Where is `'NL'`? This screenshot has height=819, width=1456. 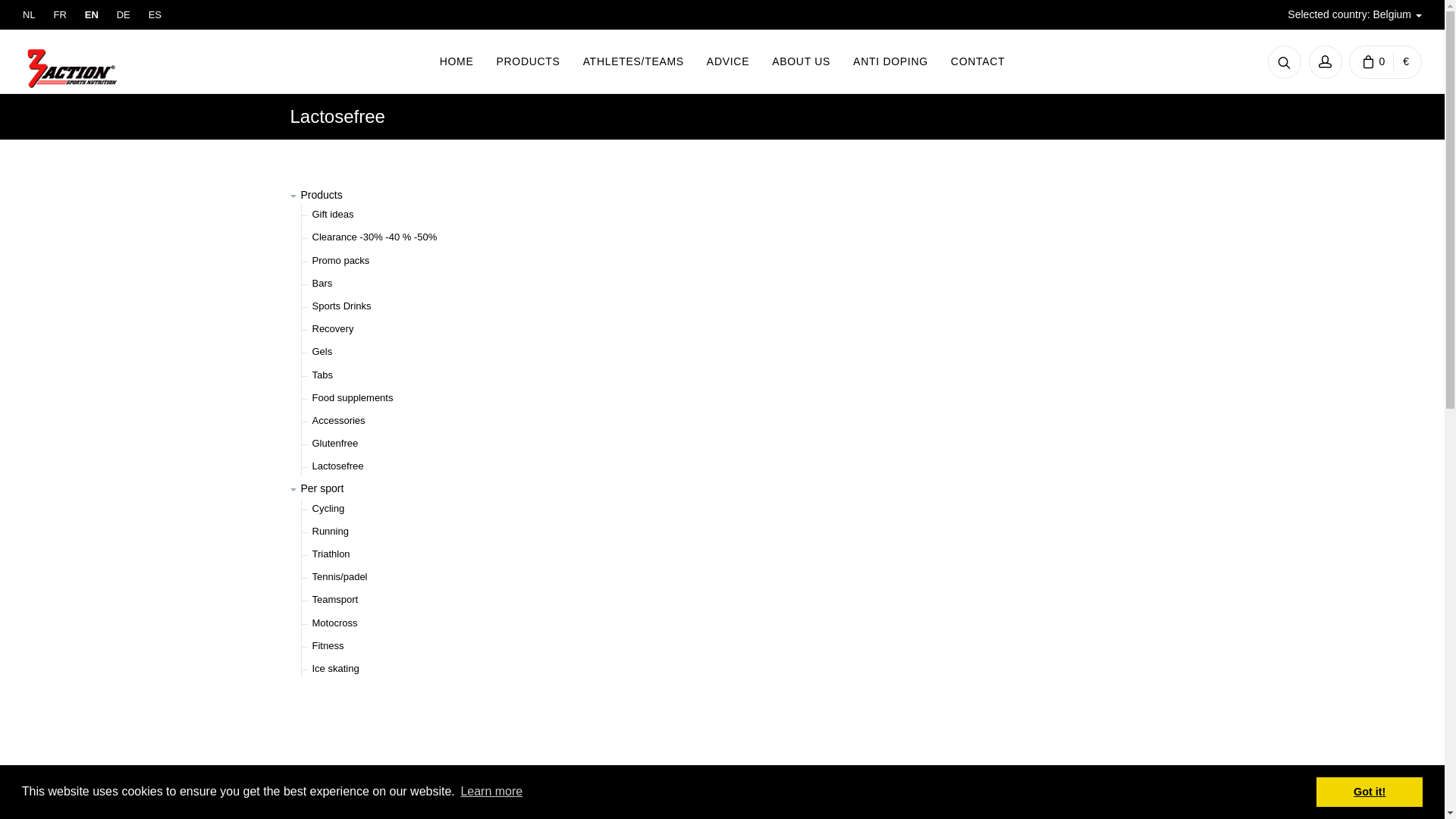 'NL' is located at coordinates (29, 14).